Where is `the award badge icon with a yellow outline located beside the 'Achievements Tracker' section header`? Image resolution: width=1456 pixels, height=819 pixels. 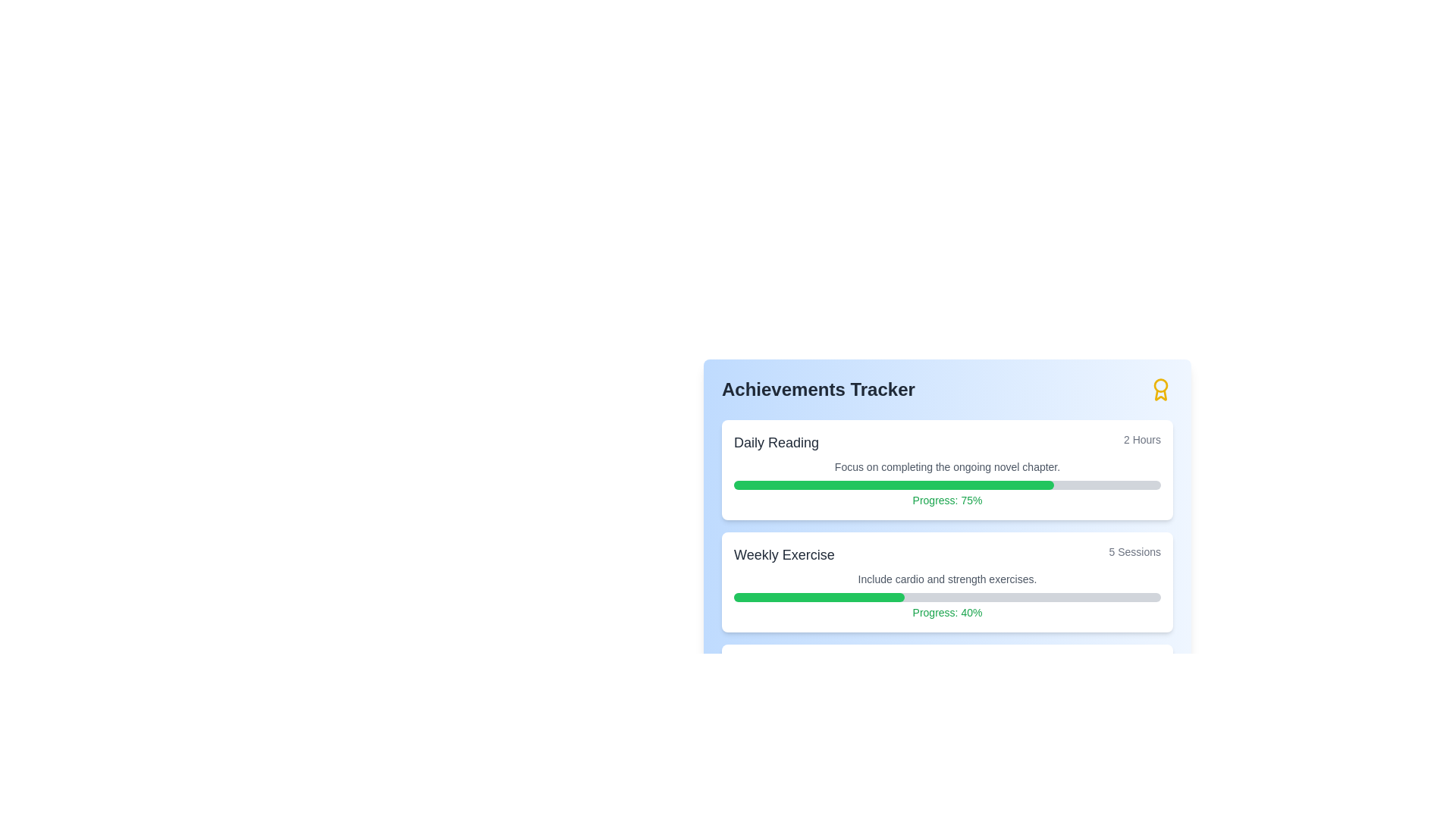
the award badge icon with a yellow outline located beside the 'Achievements Tracker' section header is located at coordinates (1160, 388).